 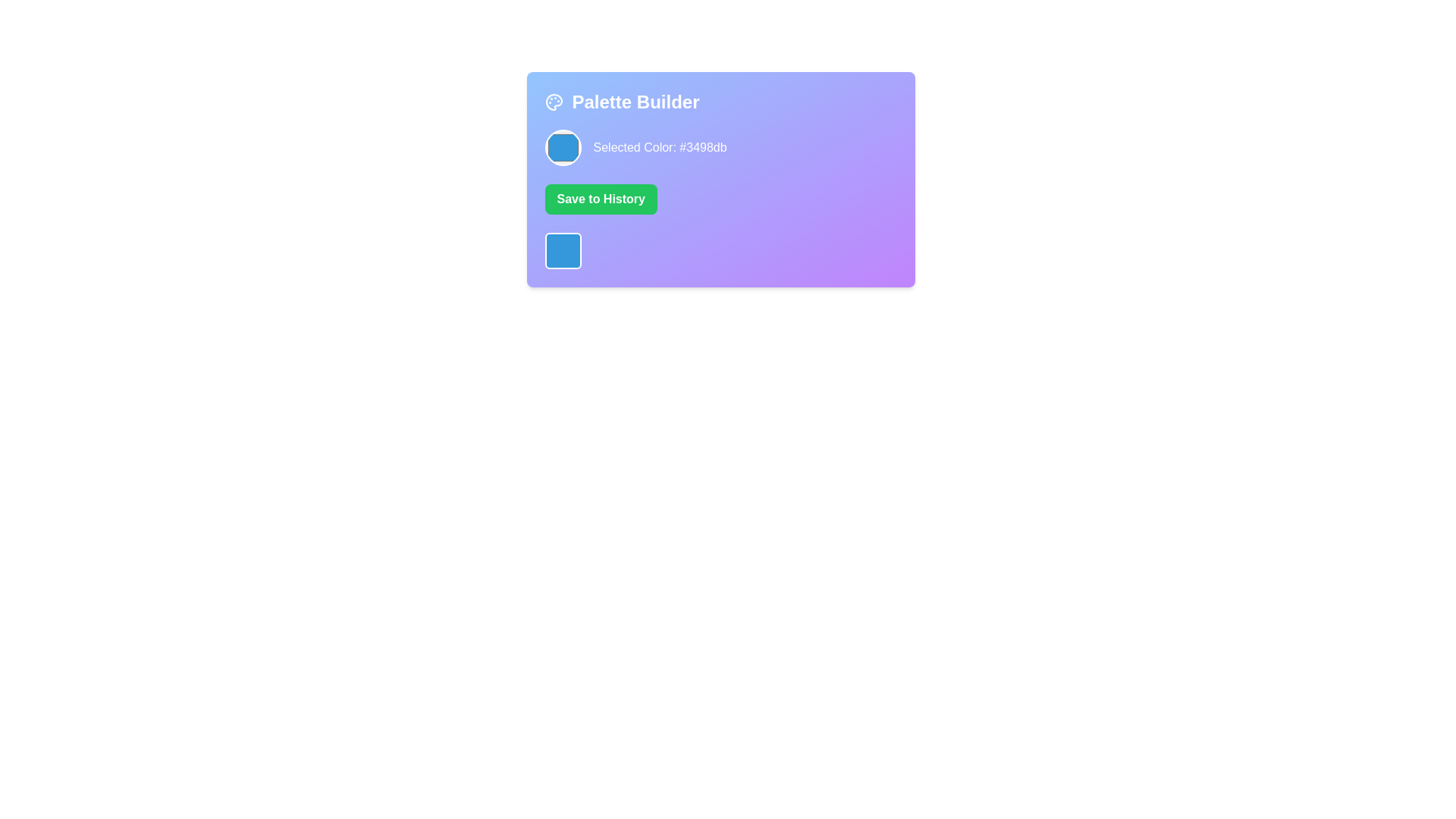 What do you see at coordinates (720, 250) in the screenshot?
I see `a cell in the grid layout located at the bottom of the main panel, below the 'Save to History' button in the 'Palette Builder' component` at bounding box center [720, 250].